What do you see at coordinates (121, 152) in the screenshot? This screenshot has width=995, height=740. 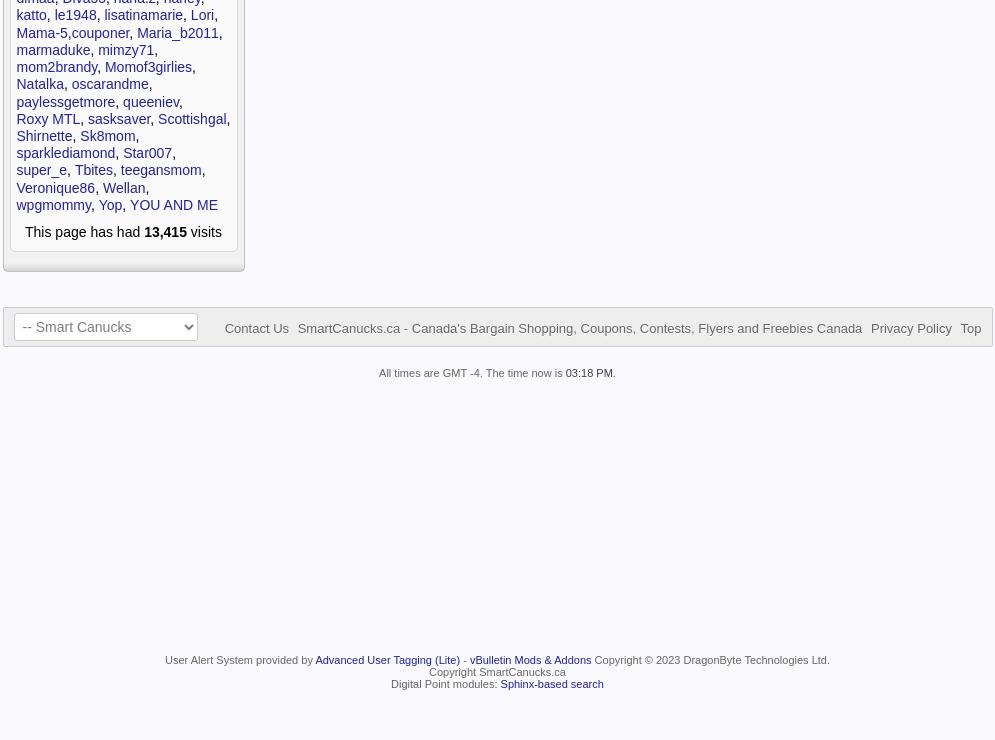 I see `'Star007'` at bounding box center [121, 152].